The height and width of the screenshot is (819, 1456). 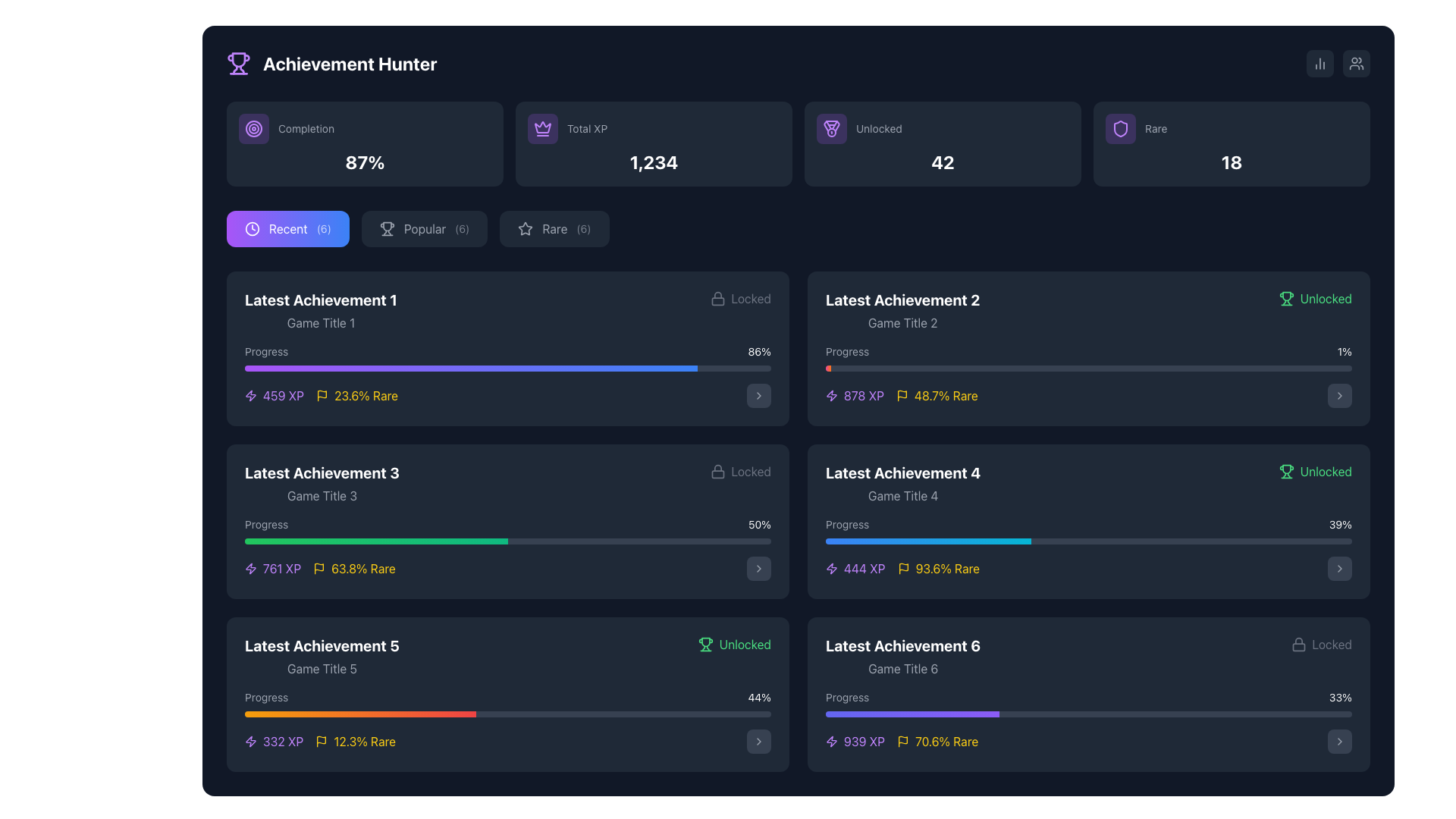 I want to click on the Static Text displaying '93.6% Rare' in yellow color, located in the 'Latest Achievement 4' section, to the right of the '444 XP' icon and text, so click(x=946, y=568).